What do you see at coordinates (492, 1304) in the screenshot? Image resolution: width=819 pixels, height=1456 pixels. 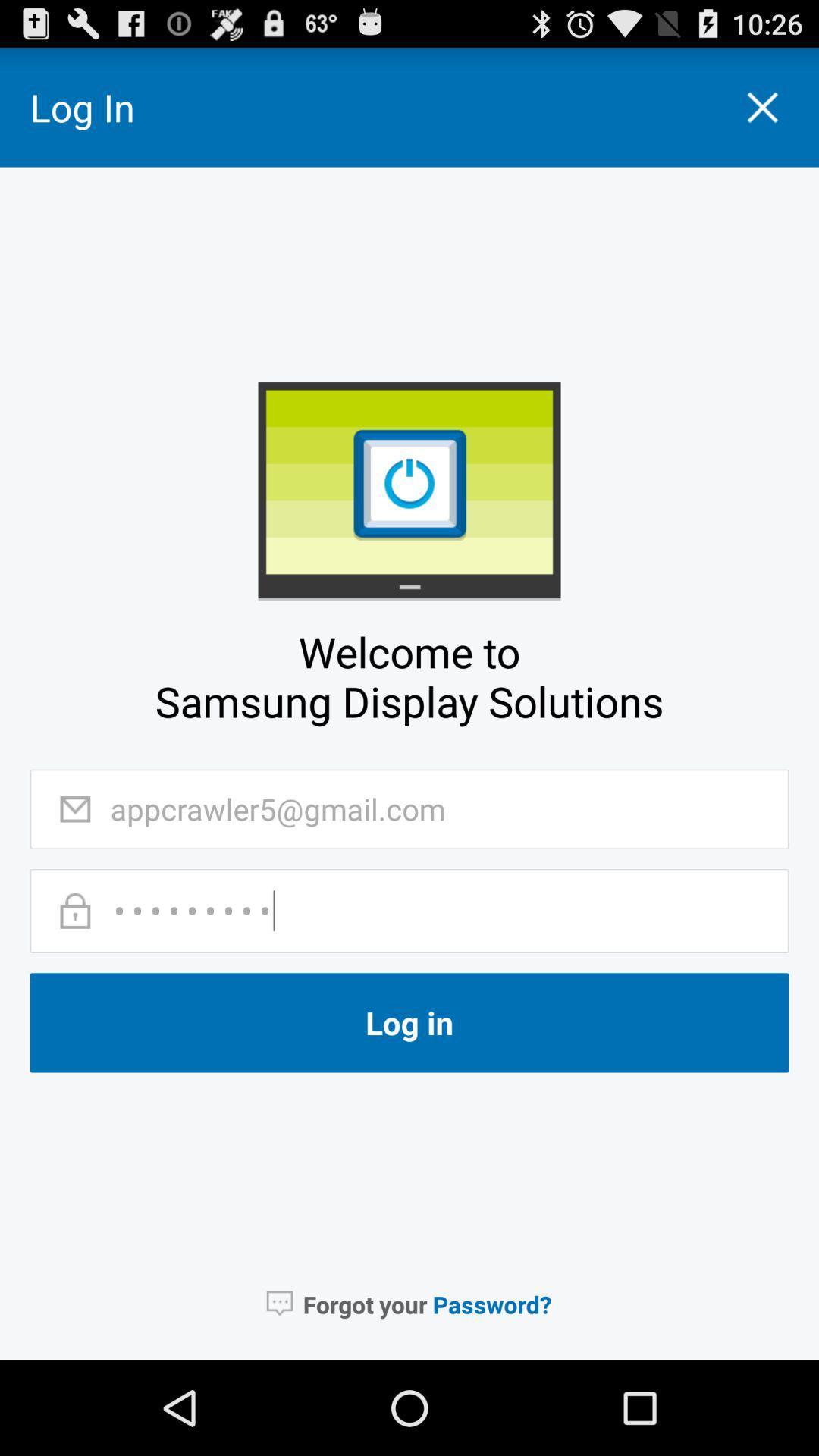 I see `blue text at bottom` at bounding box center [492, 1304].